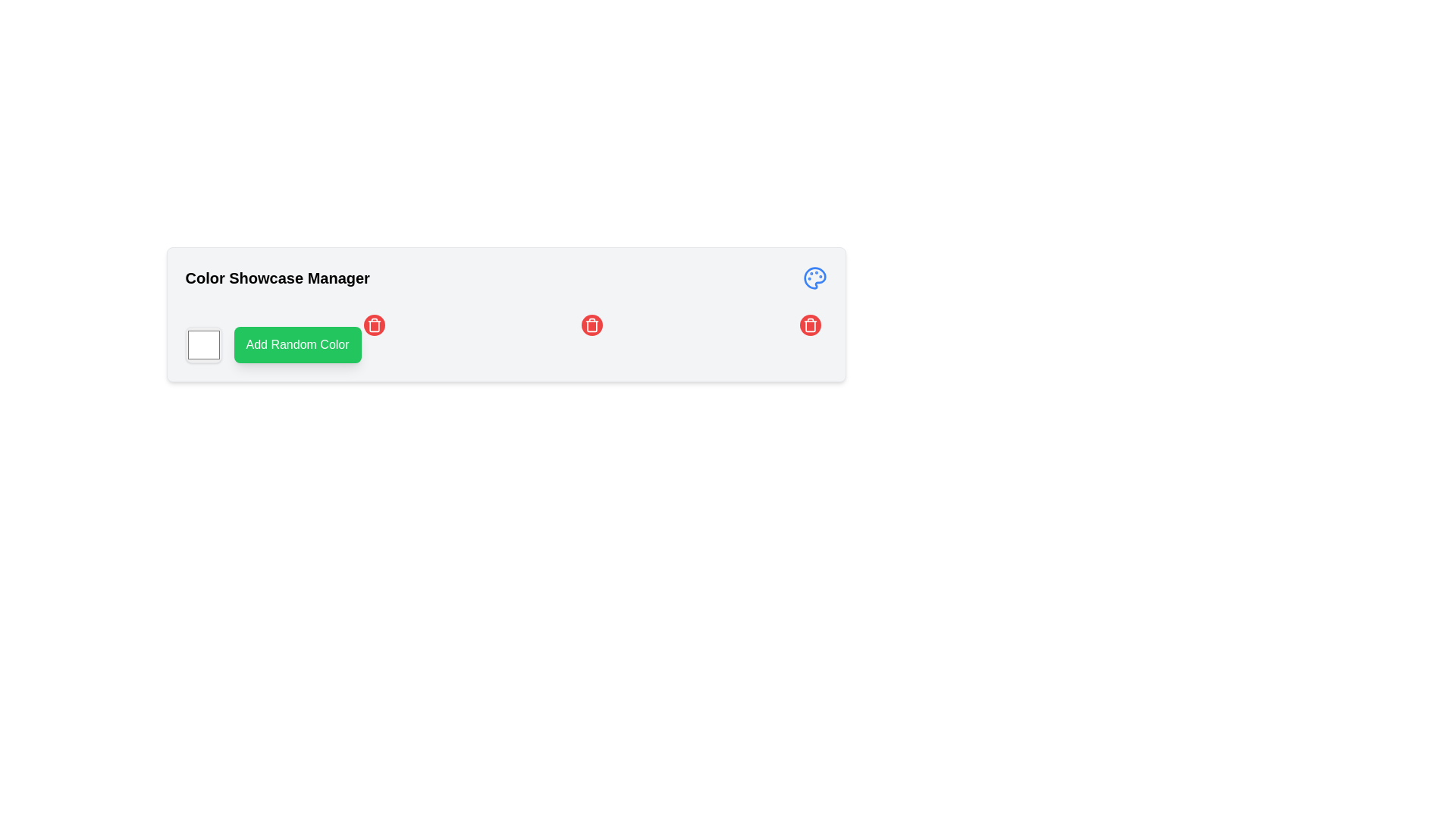  I want to click on the delete button located in the 'Color Showcase Manager' section, positioned to the right of the 'Add Random Color' button, so click(374, 324).